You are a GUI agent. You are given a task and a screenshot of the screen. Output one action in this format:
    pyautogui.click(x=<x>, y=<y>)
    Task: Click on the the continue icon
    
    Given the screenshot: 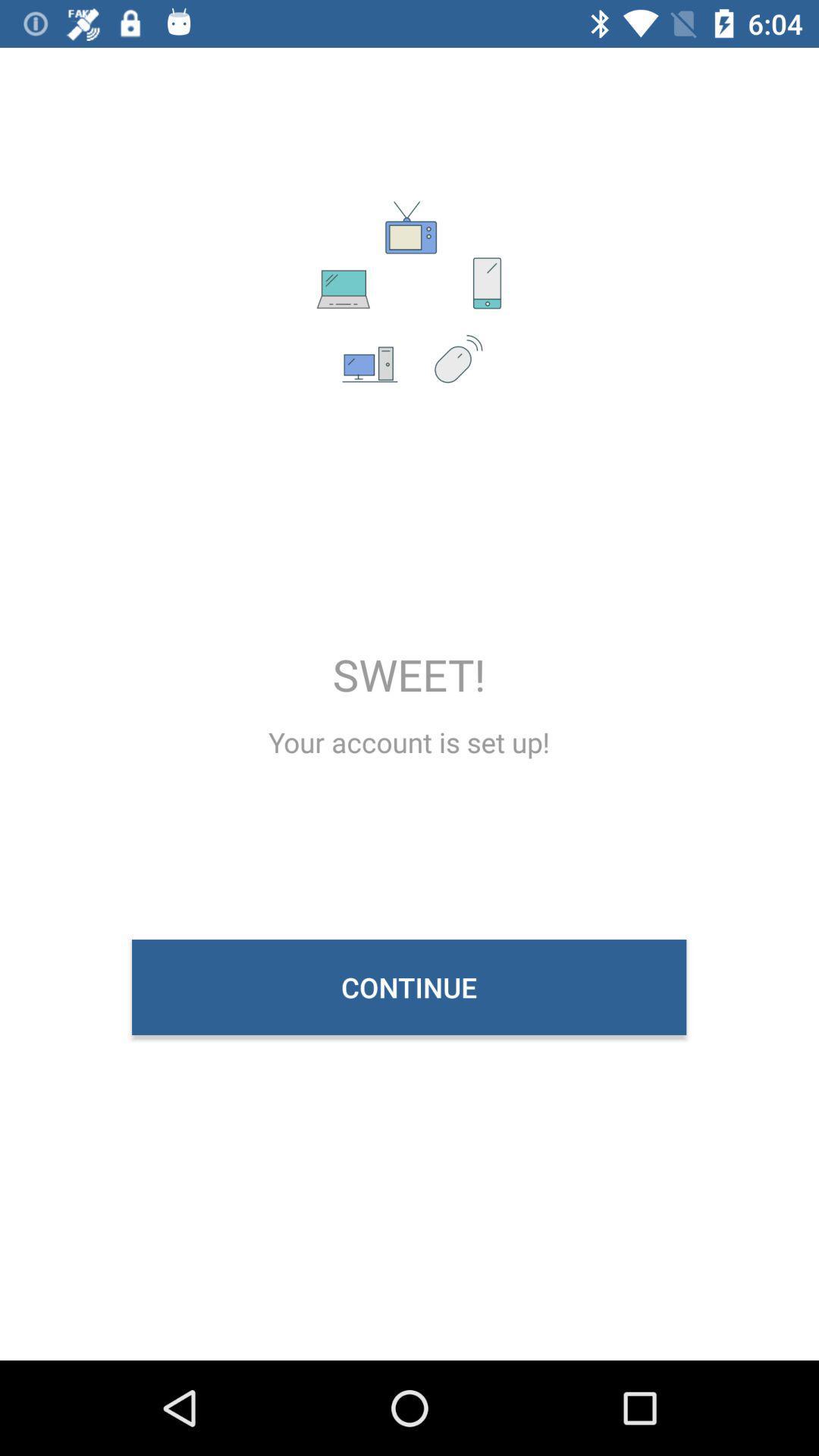 What is the action you would take?
    pyautogui.click(x=408, y=987)
    